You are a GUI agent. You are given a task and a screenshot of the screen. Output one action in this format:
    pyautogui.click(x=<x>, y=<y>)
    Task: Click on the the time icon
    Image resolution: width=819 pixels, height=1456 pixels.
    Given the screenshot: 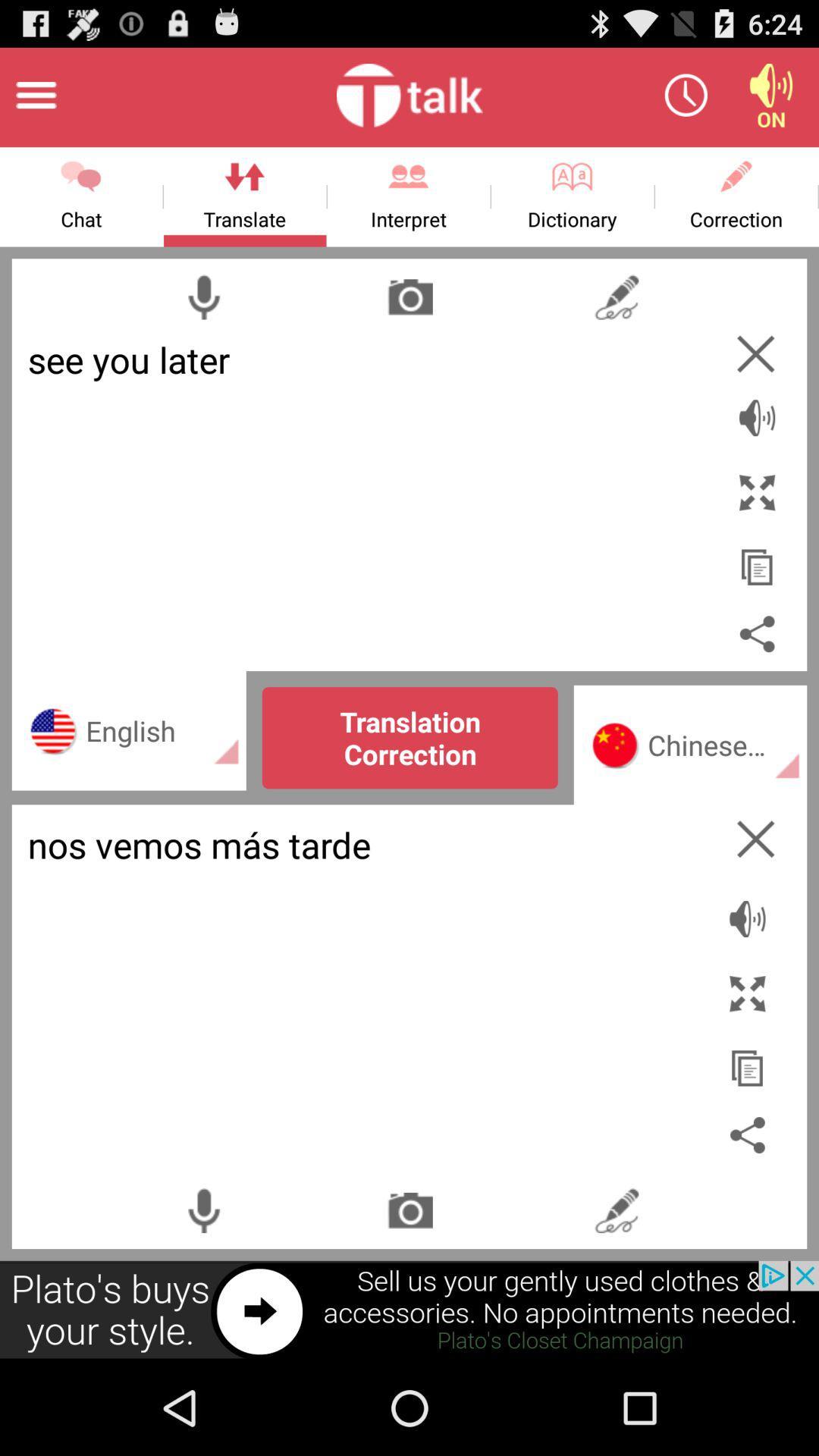 What is the action you would take?
    pyautogui.click(x=686, y=101)
    